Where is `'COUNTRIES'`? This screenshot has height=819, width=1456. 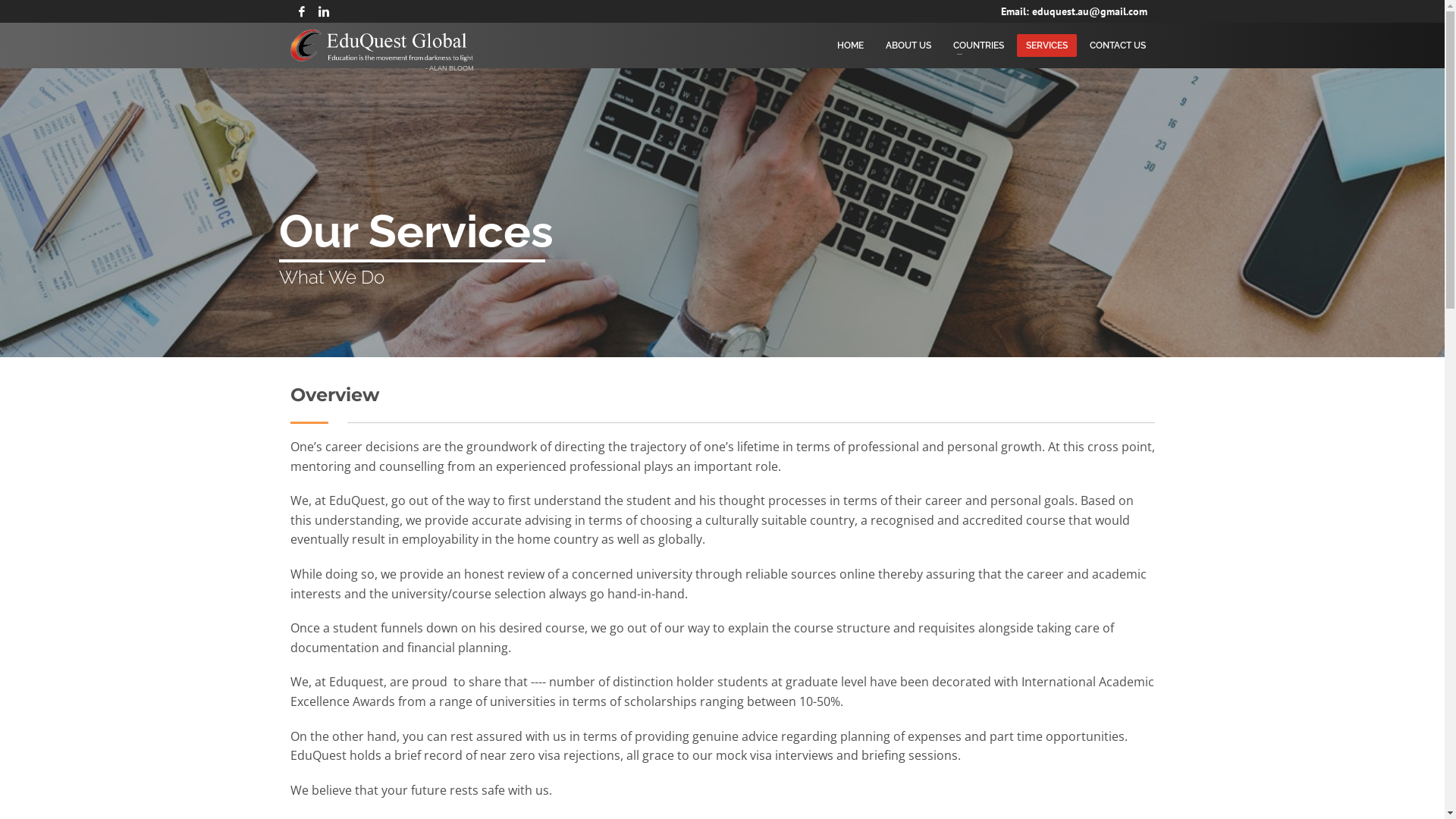
'COUNTRIES' is located at coordinates (977, 45).